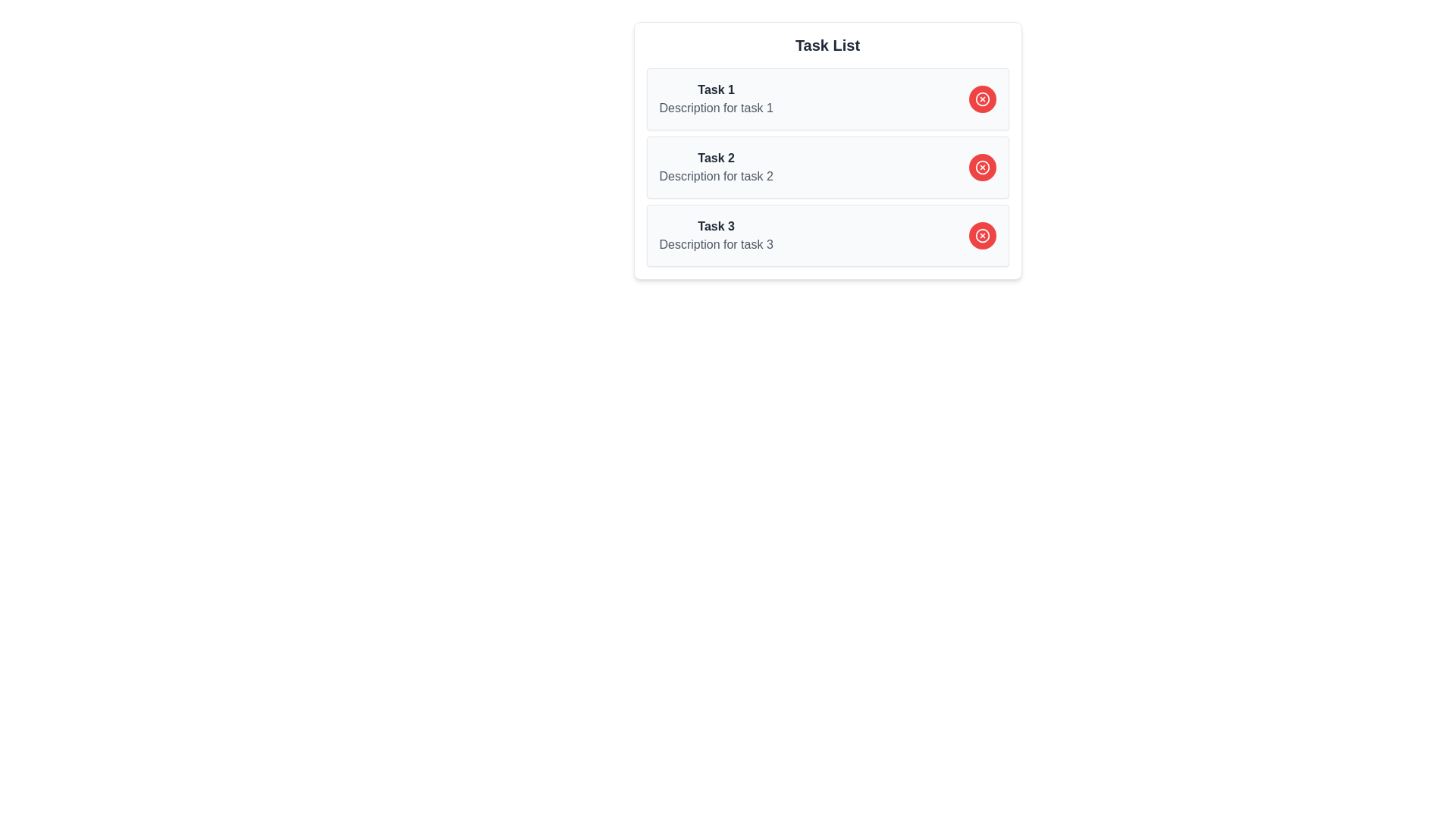 This screenshot has width=1456, height=819. What do you see at coordinates (982, 167) in the screenshot?
I see `the button located on the right side of the block labeled 'Task 2' in the task list` at bounding box center [982, 167].